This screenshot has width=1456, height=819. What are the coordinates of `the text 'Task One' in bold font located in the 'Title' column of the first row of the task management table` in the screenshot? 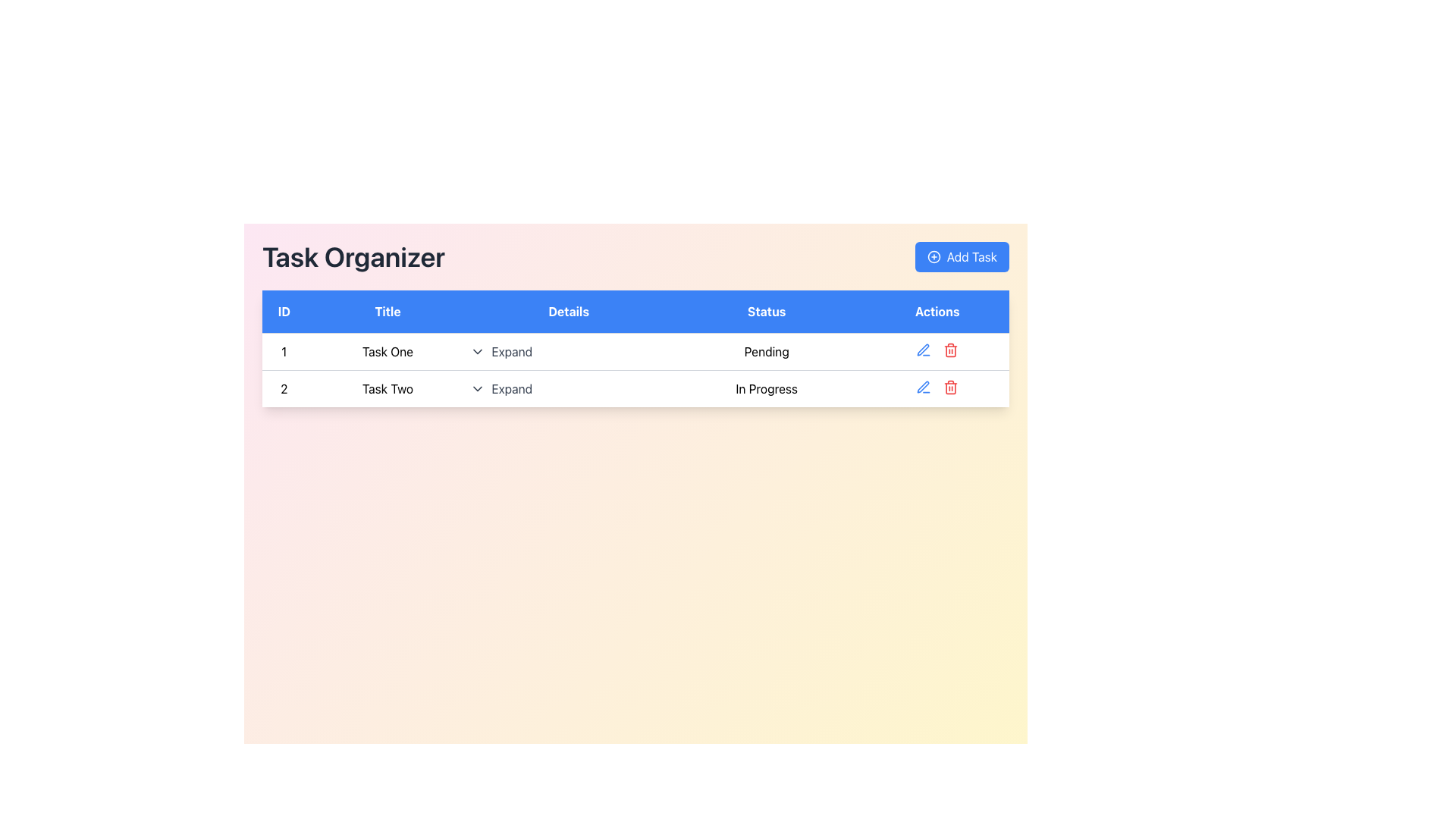 It's located at (388, 351).